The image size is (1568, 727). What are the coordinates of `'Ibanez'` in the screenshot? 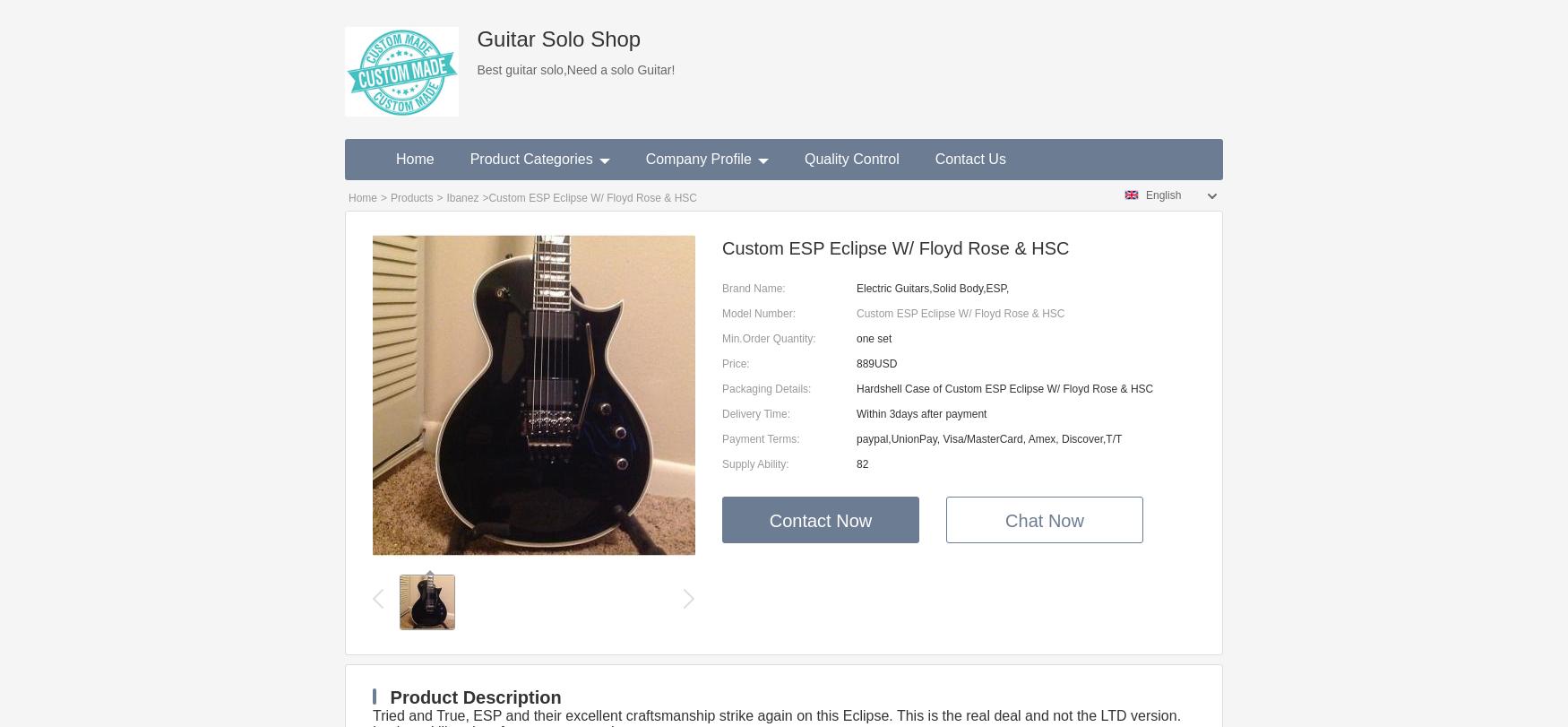 It's located at (461, 197).